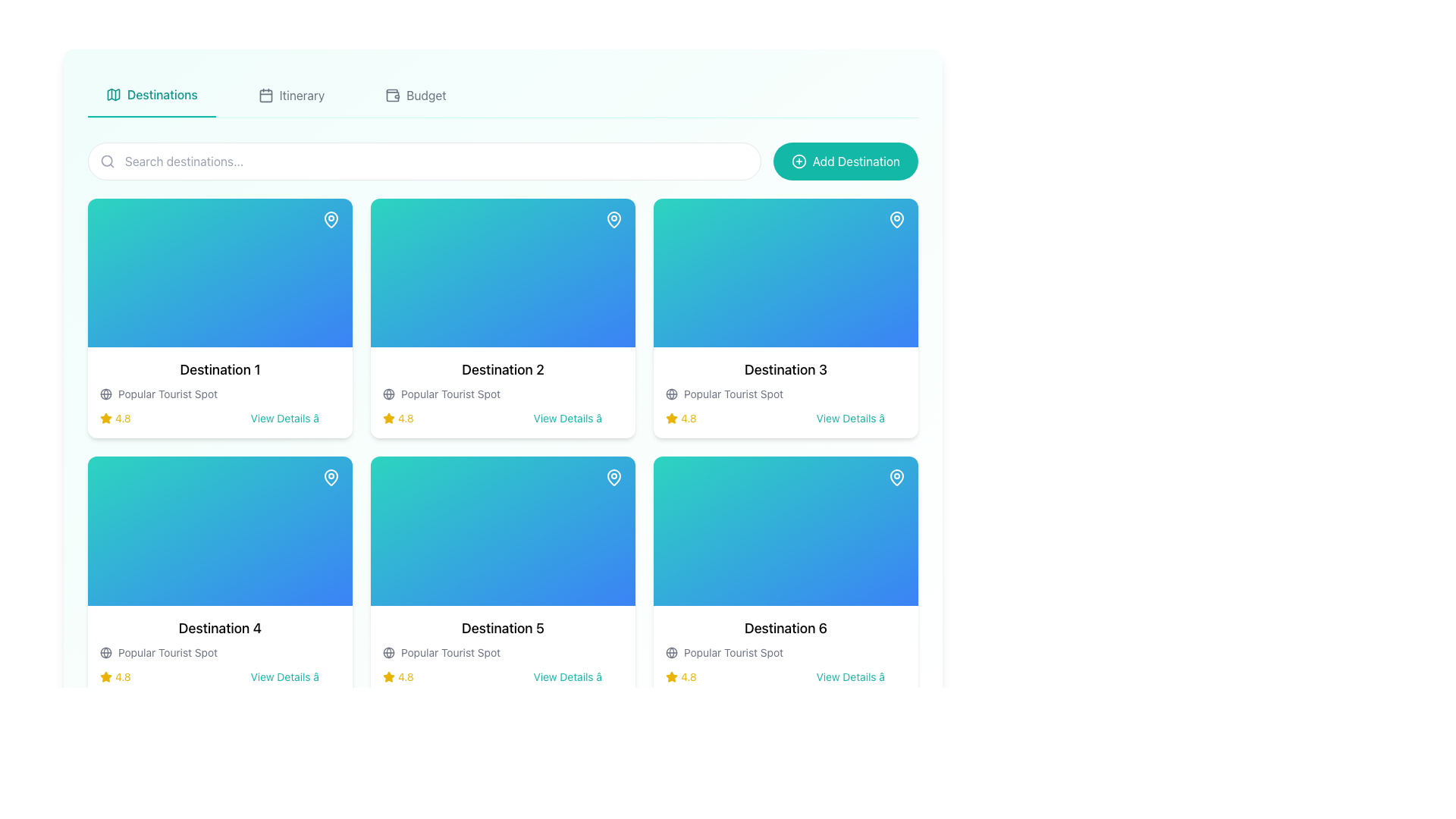  Describe the element at coordinates (219, 628) in the screenshot. I see `text label 'Destination 4' which is the topmost text within the fourth card in the second row of a grid layout` at that location.